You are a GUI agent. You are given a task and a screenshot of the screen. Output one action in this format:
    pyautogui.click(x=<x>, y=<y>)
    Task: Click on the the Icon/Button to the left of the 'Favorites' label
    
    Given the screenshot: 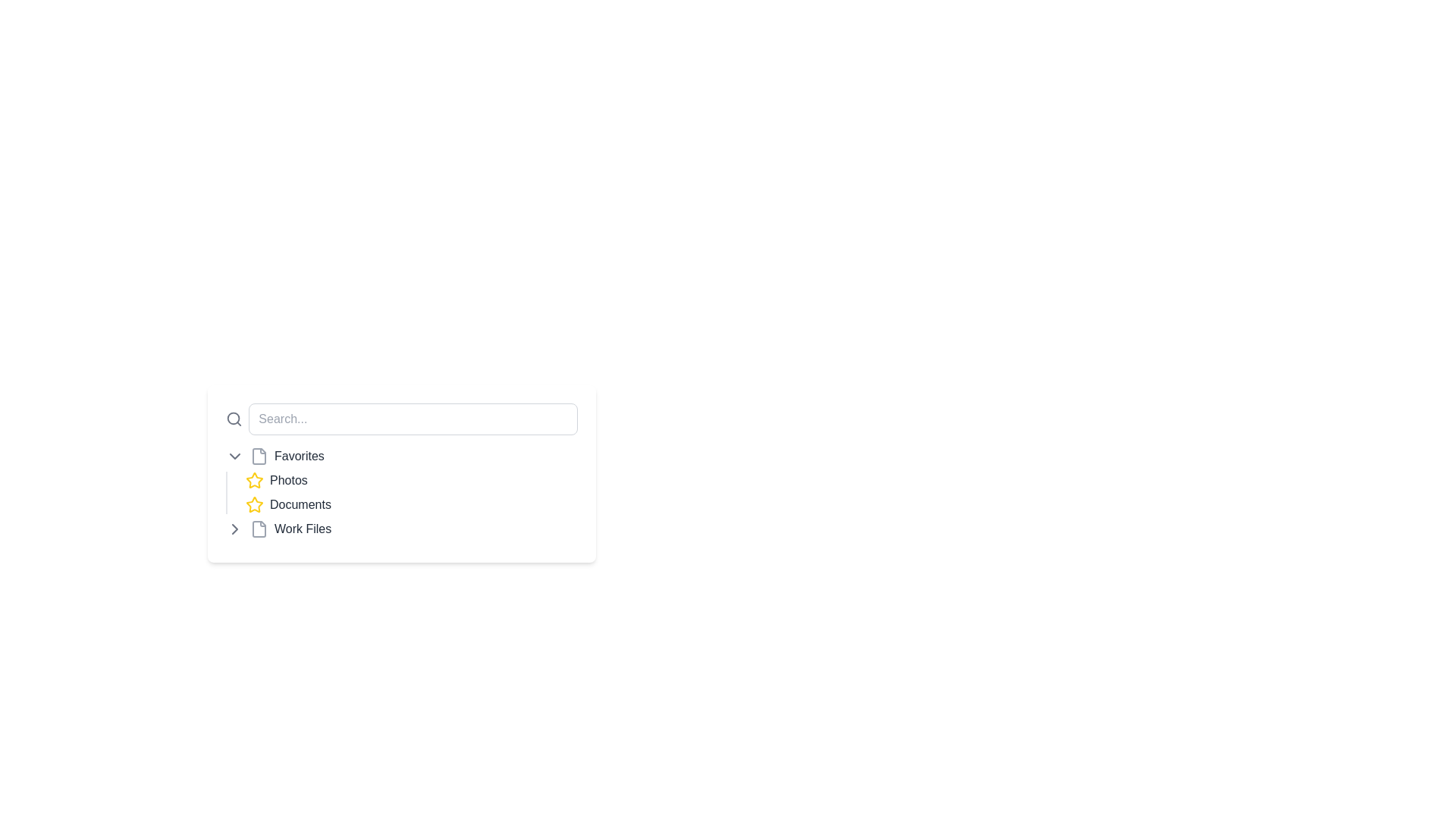 What is the action you would take?
    pyautogui.click(x=234, y=455)
    